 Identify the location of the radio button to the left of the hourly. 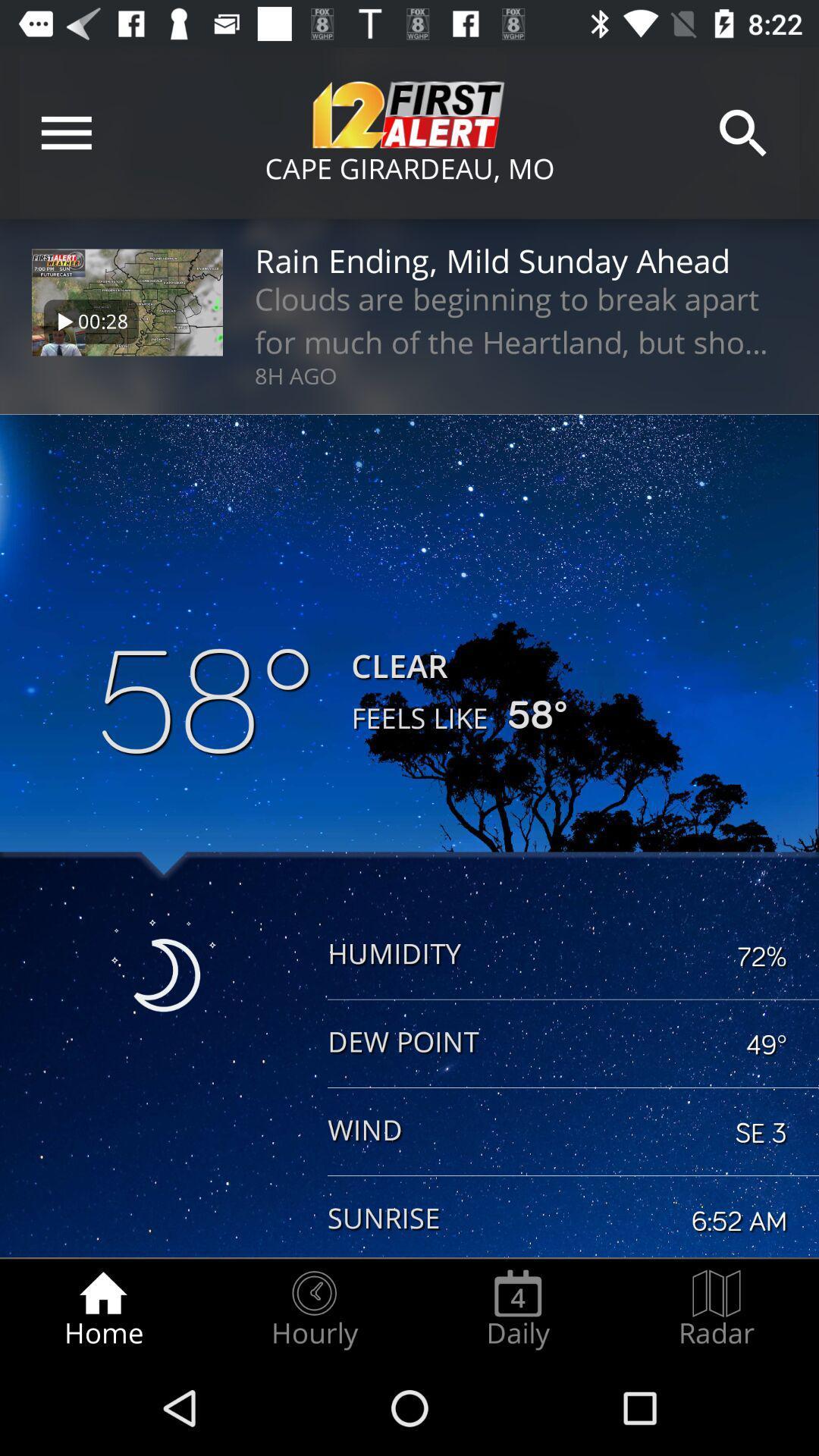
(102, 1309).